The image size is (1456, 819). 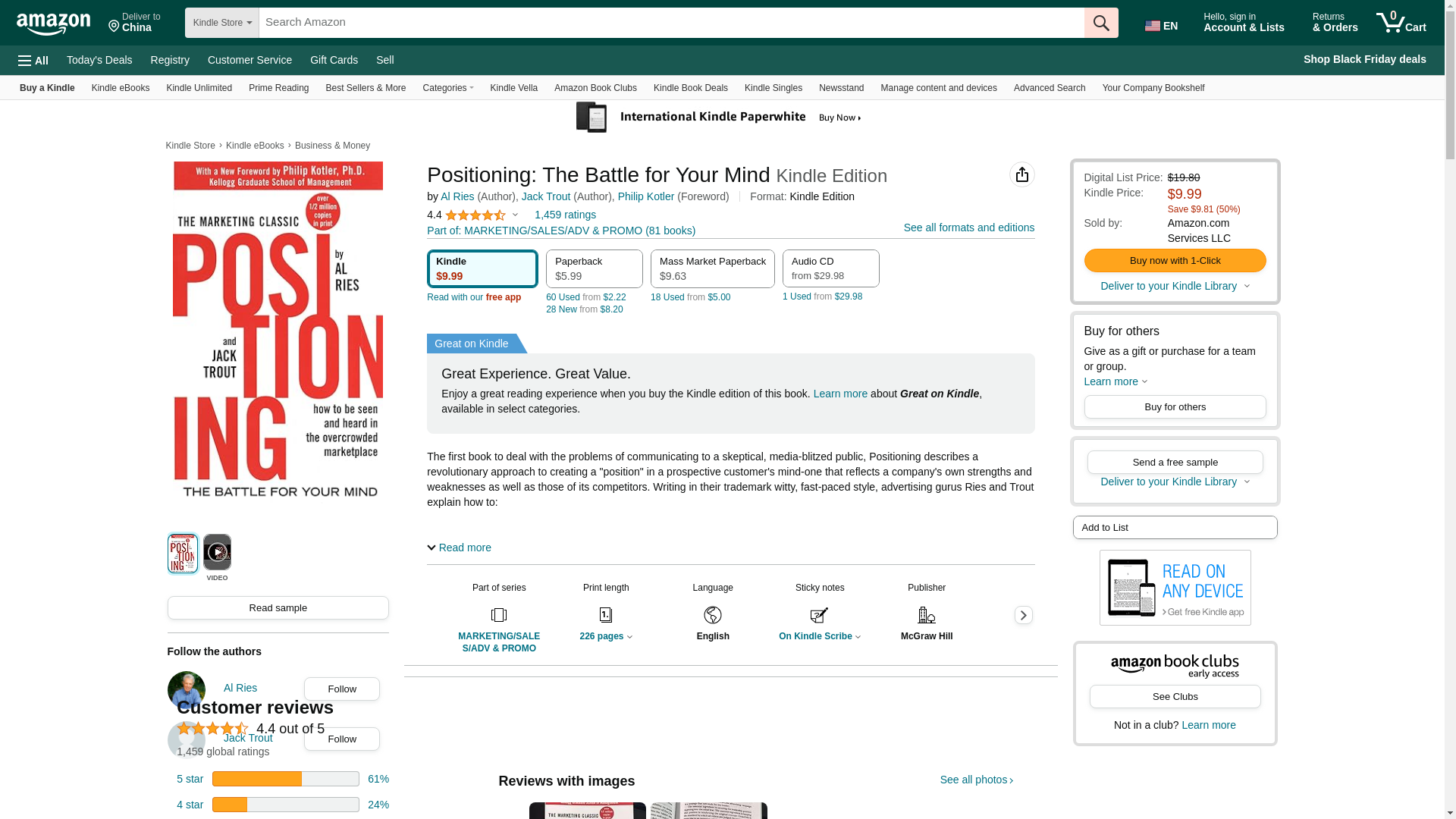 What do you see at coordinates (249, 58) in the screenshot?
I see `'Customer Service'` at bounding box center [249, 58].